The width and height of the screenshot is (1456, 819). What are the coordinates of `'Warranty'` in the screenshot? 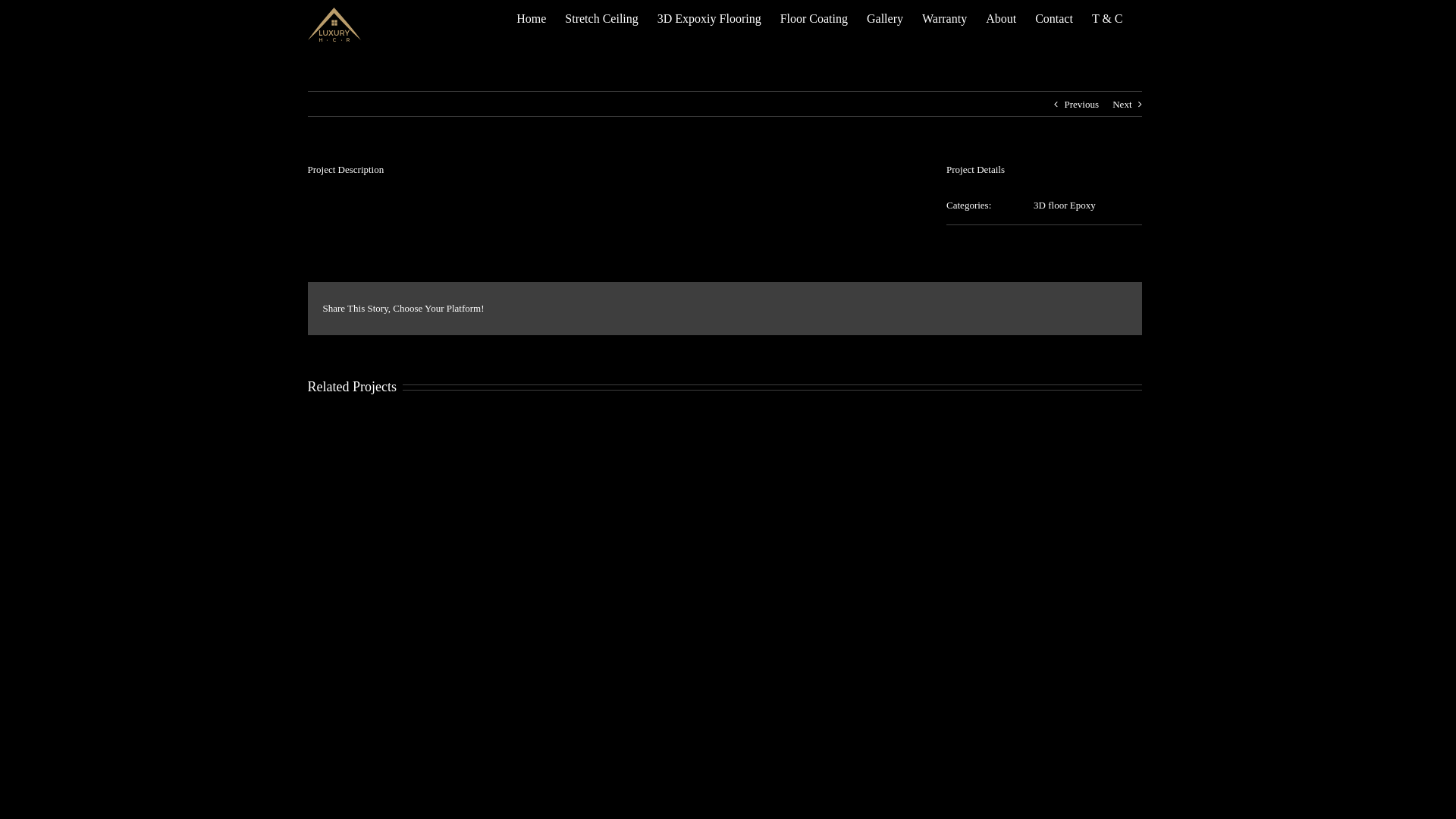 It's located at (943, 18).